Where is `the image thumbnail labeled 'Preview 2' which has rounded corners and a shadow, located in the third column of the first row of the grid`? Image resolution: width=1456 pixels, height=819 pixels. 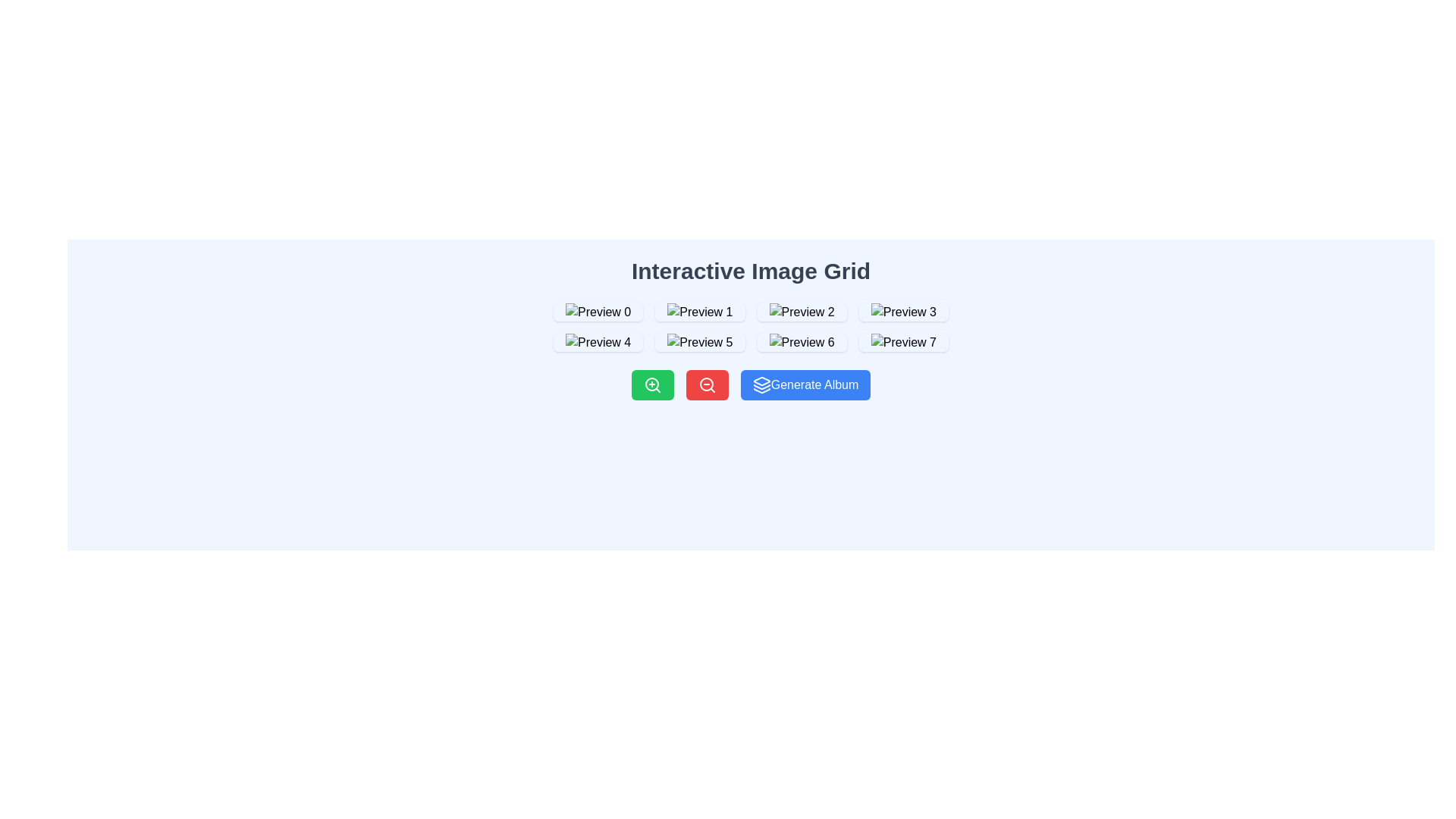
the image thumbnail labeled 'Preview 2' which has rounded corners and a shadow, located in the third column of the first row of the grid is located at coordinates (801, 312).